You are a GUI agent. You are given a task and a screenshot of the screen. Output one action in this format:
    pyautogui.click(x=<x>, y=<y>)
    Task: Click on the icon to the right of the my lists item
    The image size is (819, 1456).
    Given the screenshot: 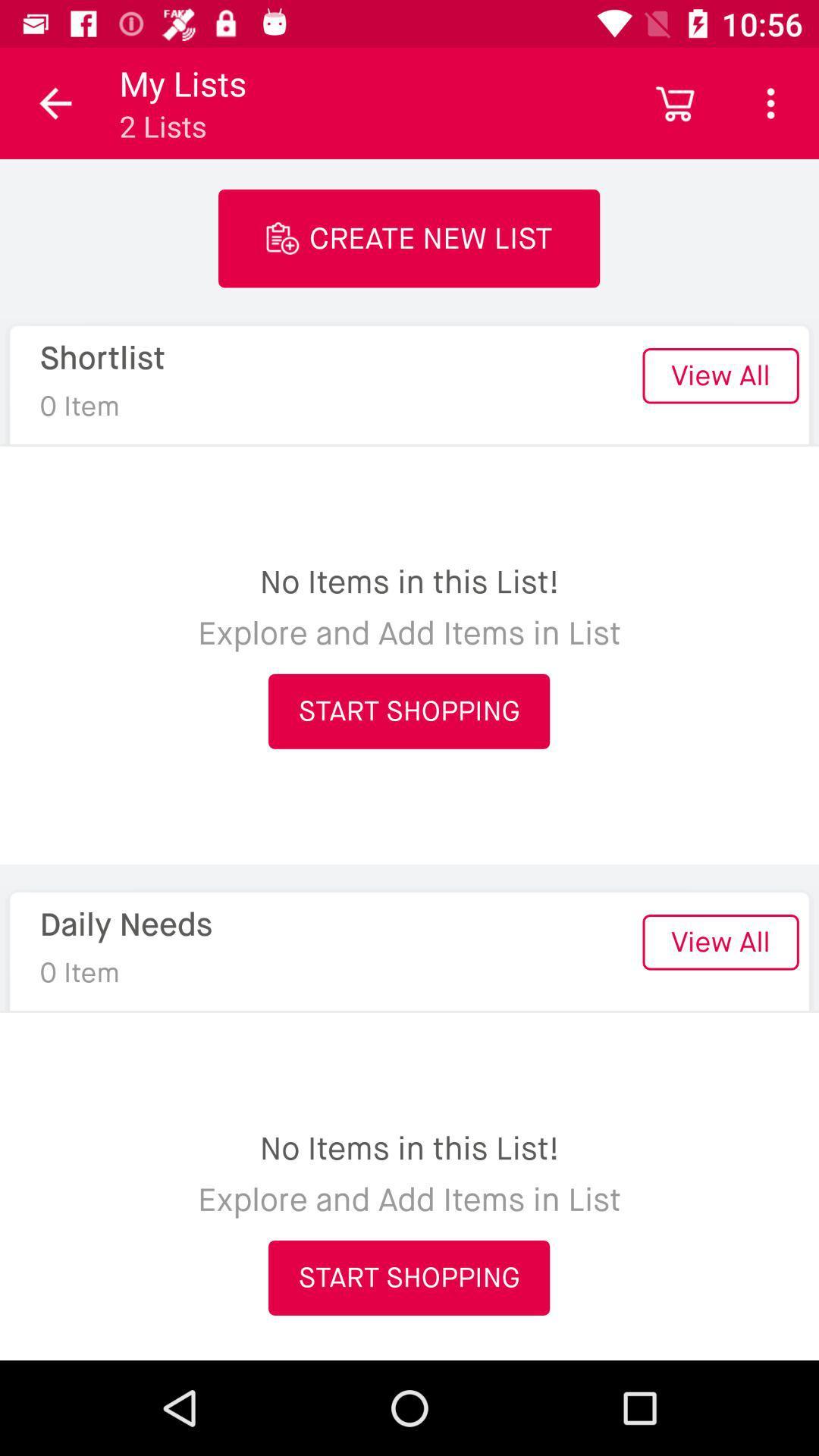 What is the action you would take?
    pyautogui.click(x=675, y=102)
    